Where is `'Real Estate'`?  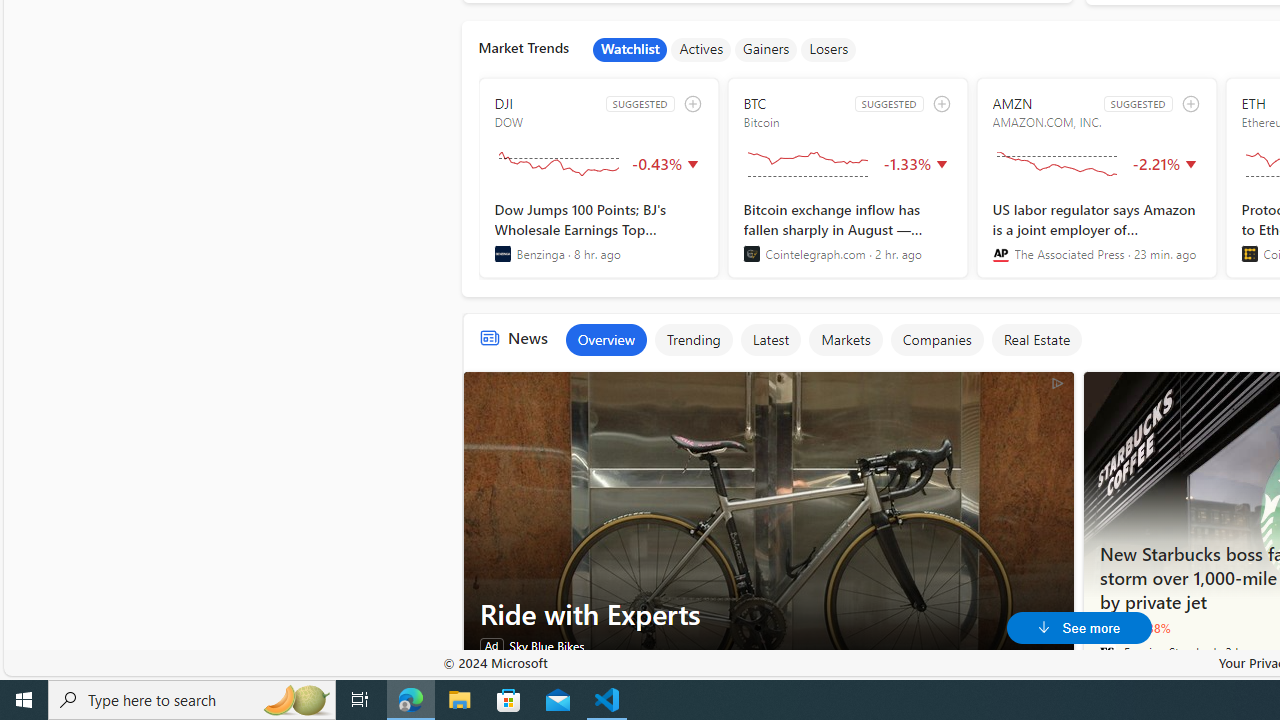 'Real Estate' is located at coordinates (1036, 338).